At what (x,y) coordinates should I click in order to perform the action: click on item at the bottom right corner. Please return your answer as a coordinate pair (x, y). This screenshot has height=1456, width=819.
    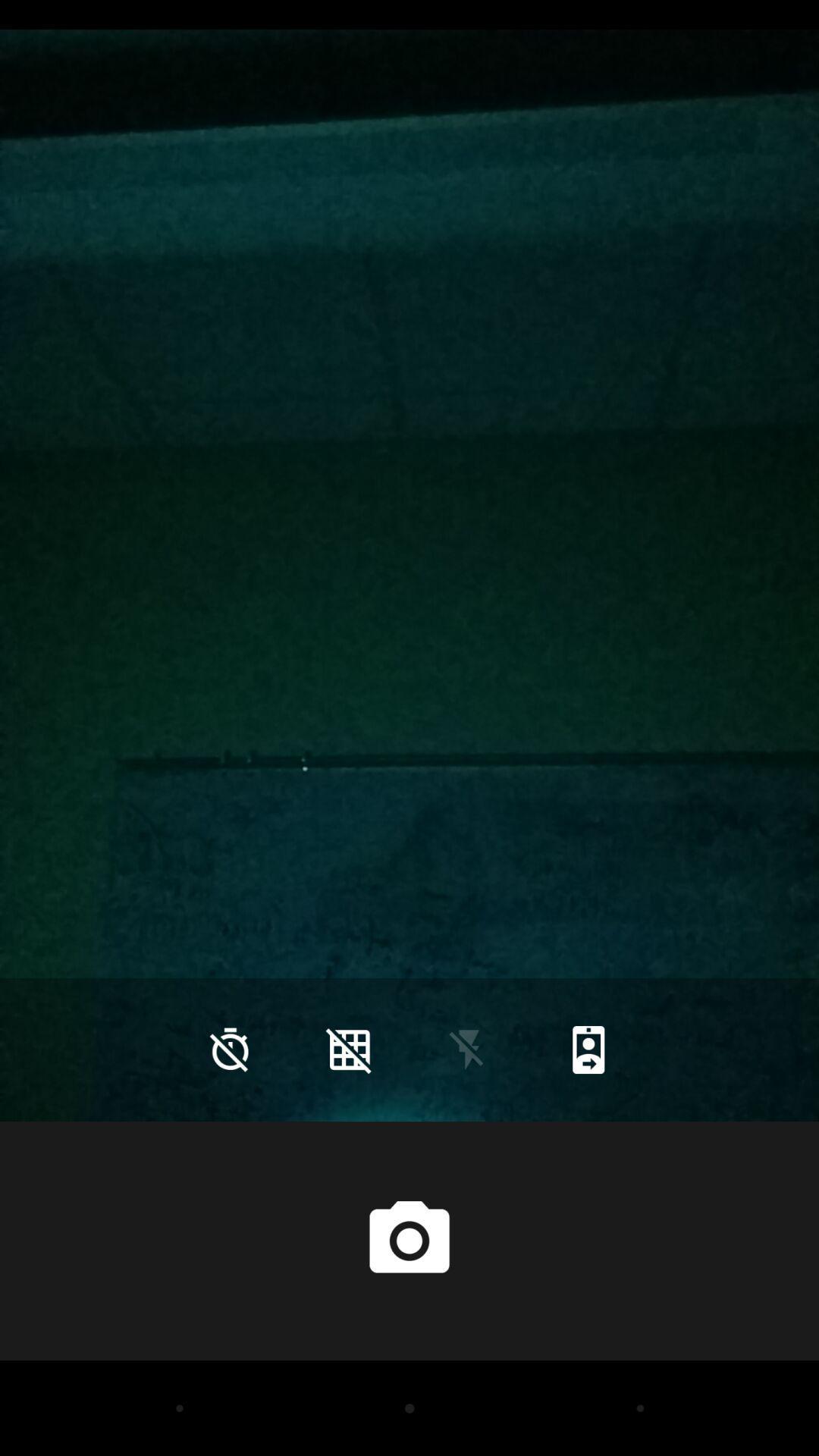
    Looking at the image, I should click on (588, 1049).